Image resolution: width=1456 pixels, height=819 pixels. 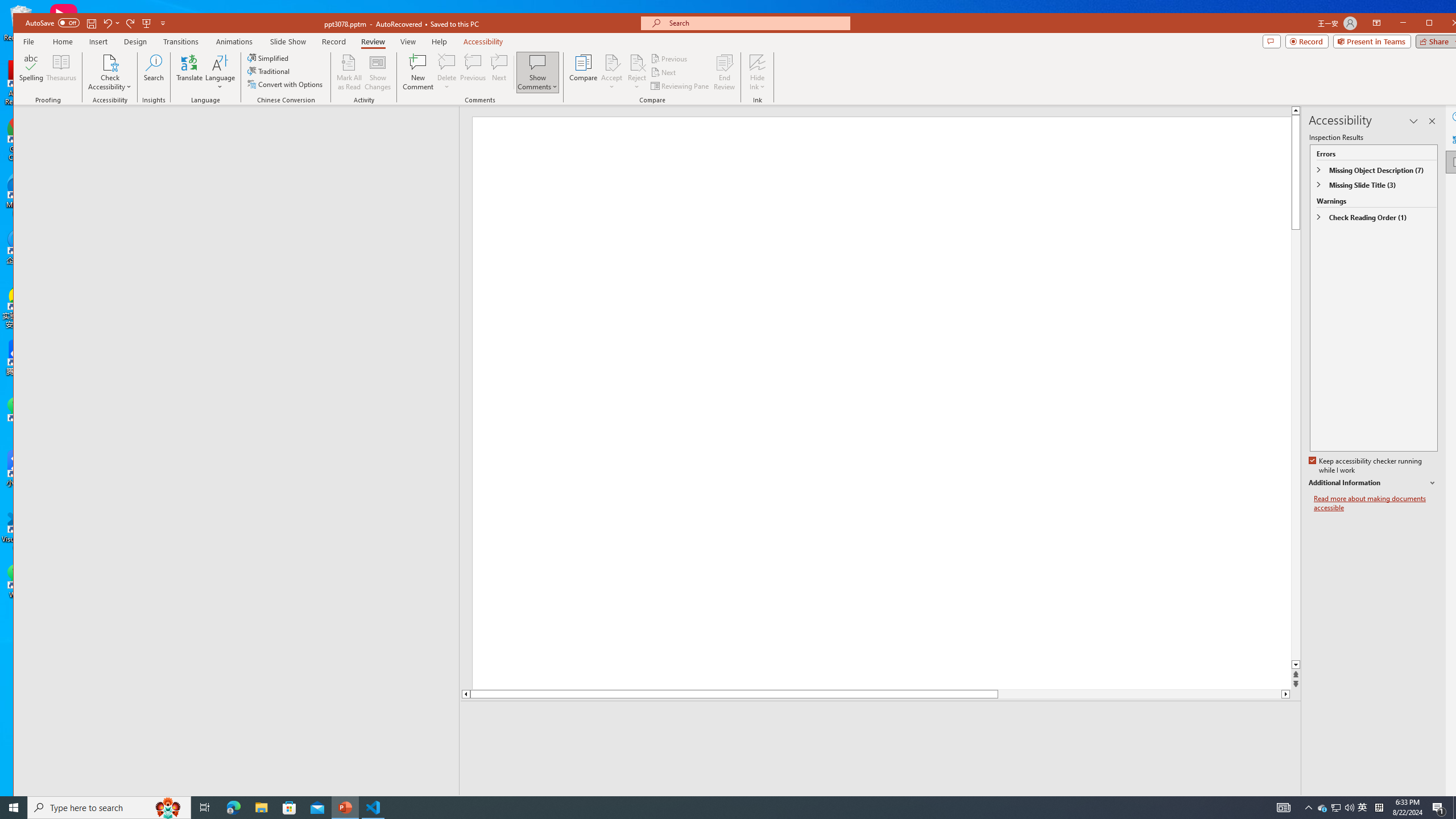 What do you see at coordinates (220, 72) in the screenshot?
I see `'Language'` at bounding box center [220, 72].